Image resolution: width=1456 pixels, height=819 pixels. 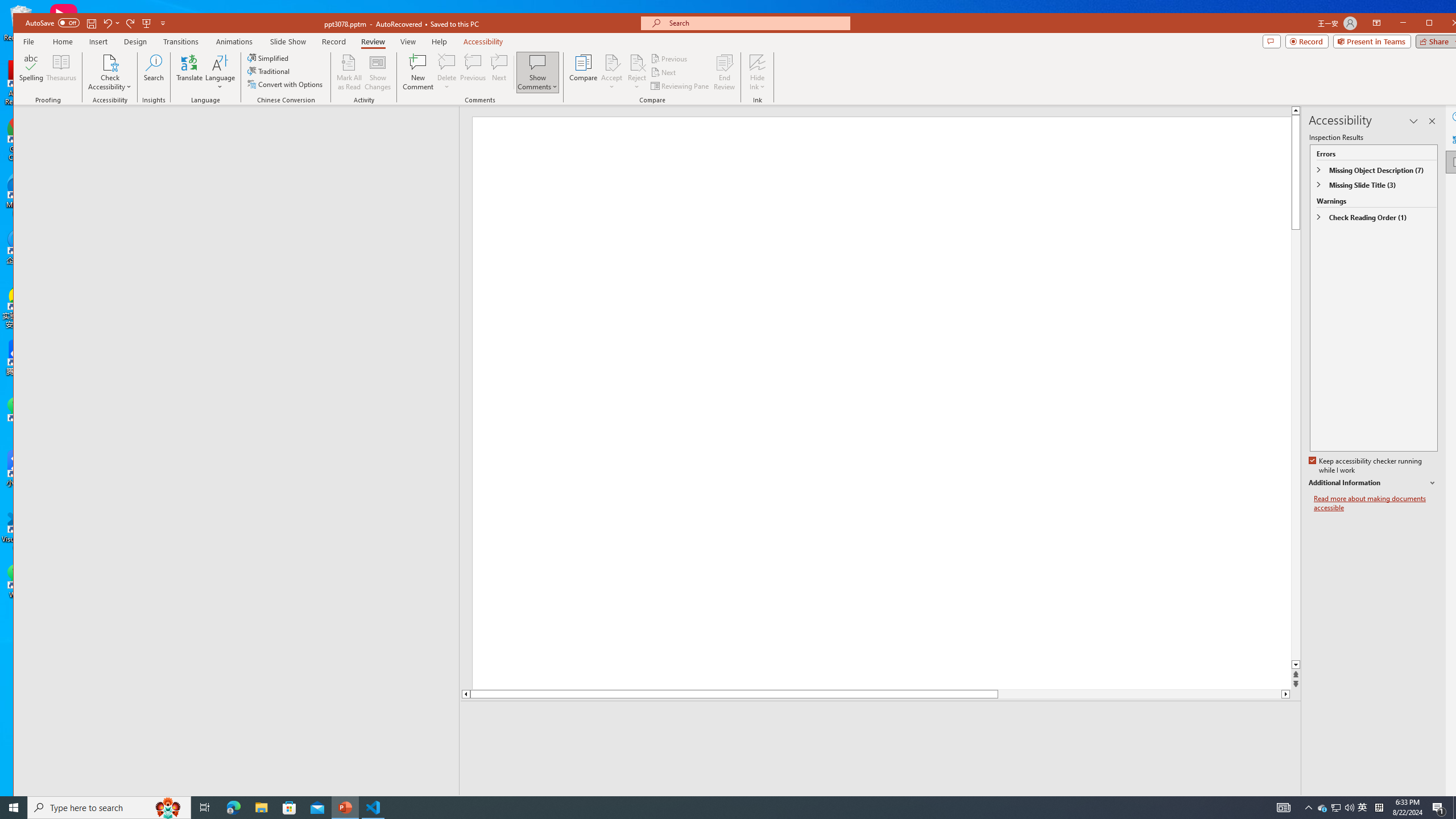 What do you see at coordinates (220, 72) in the screenshot?
I see `'Language'` at bounding box center [220, 72].